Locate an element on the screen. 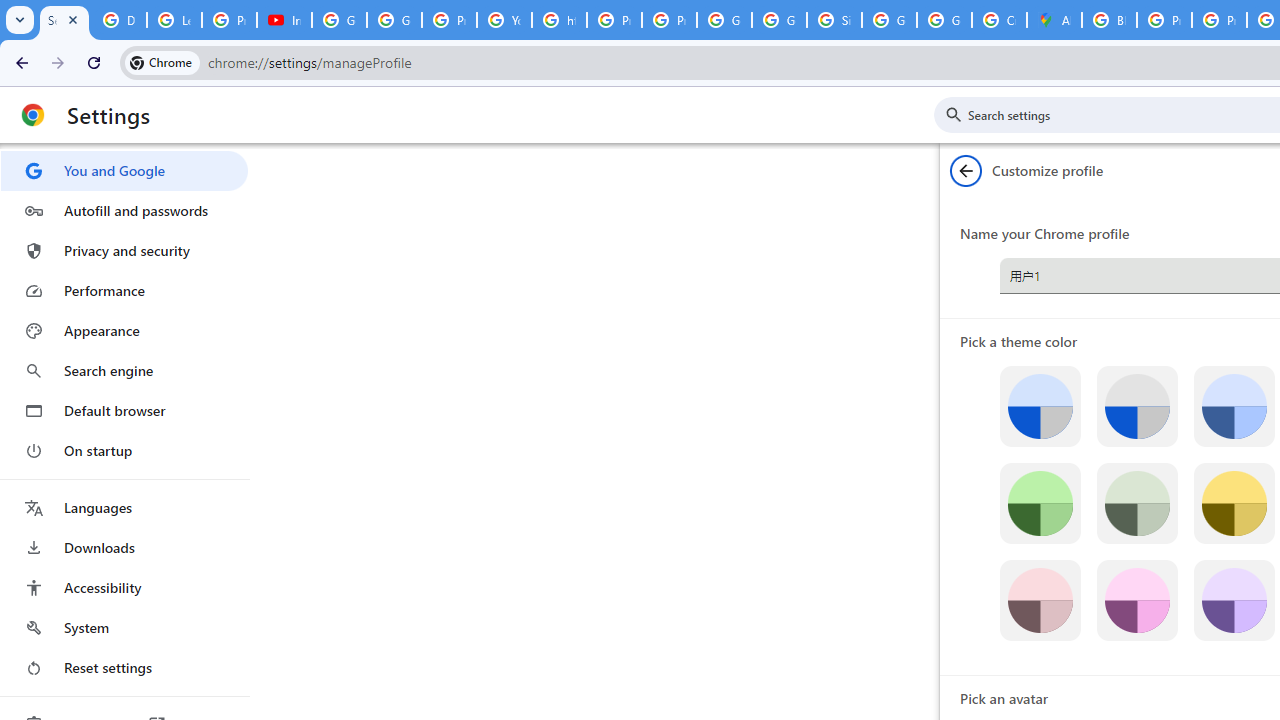  'Search engine' is located at coordinates (123, 371).